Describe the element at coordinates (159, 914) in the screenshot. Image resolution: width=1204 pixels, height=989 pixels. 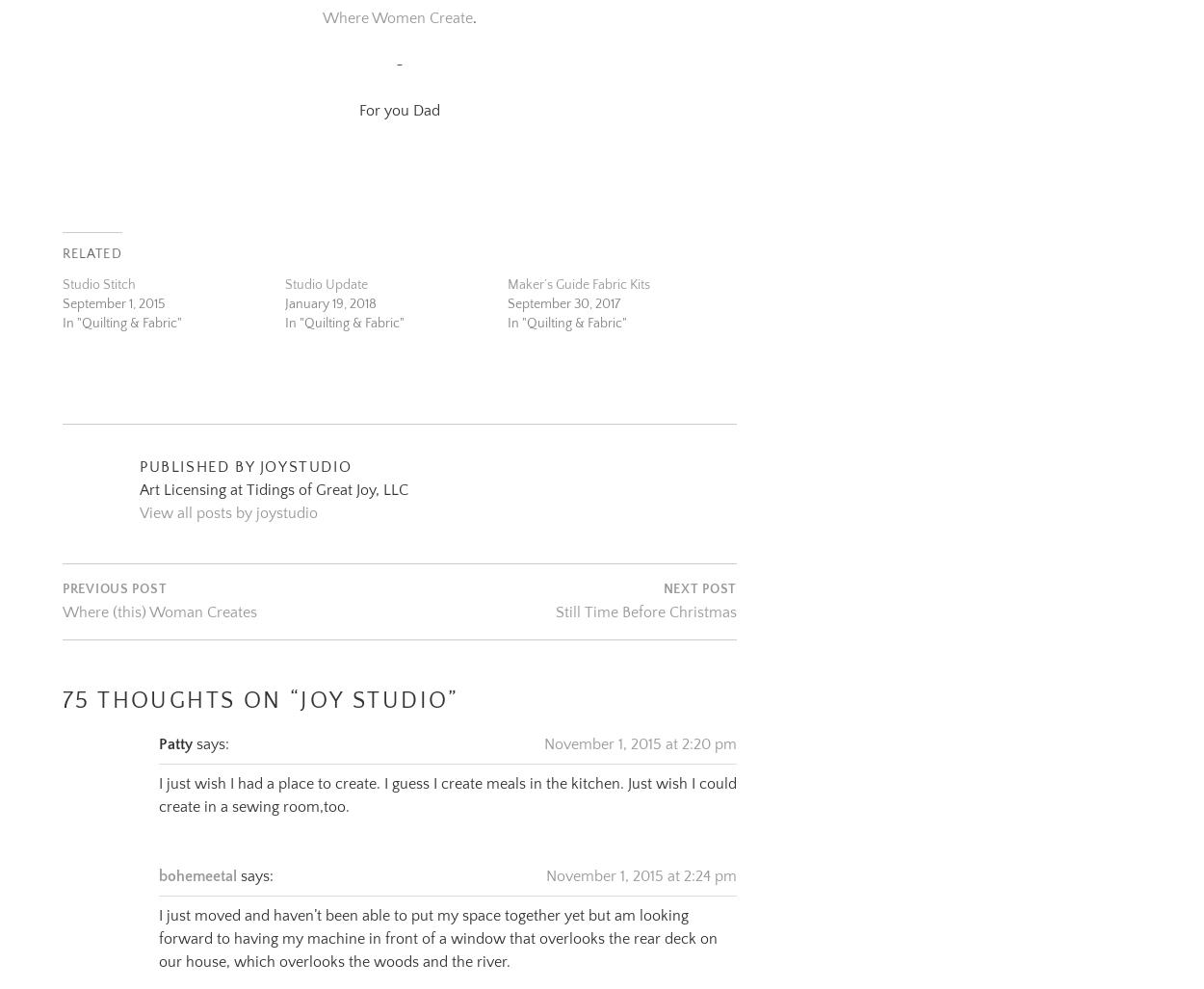
I see `'I just moved and haven’t been able to put my space together yet but am looking forward to having my machine in front of a window that overlooks the rear deck on our house, which overlooks the woods and the river.'` at that location.